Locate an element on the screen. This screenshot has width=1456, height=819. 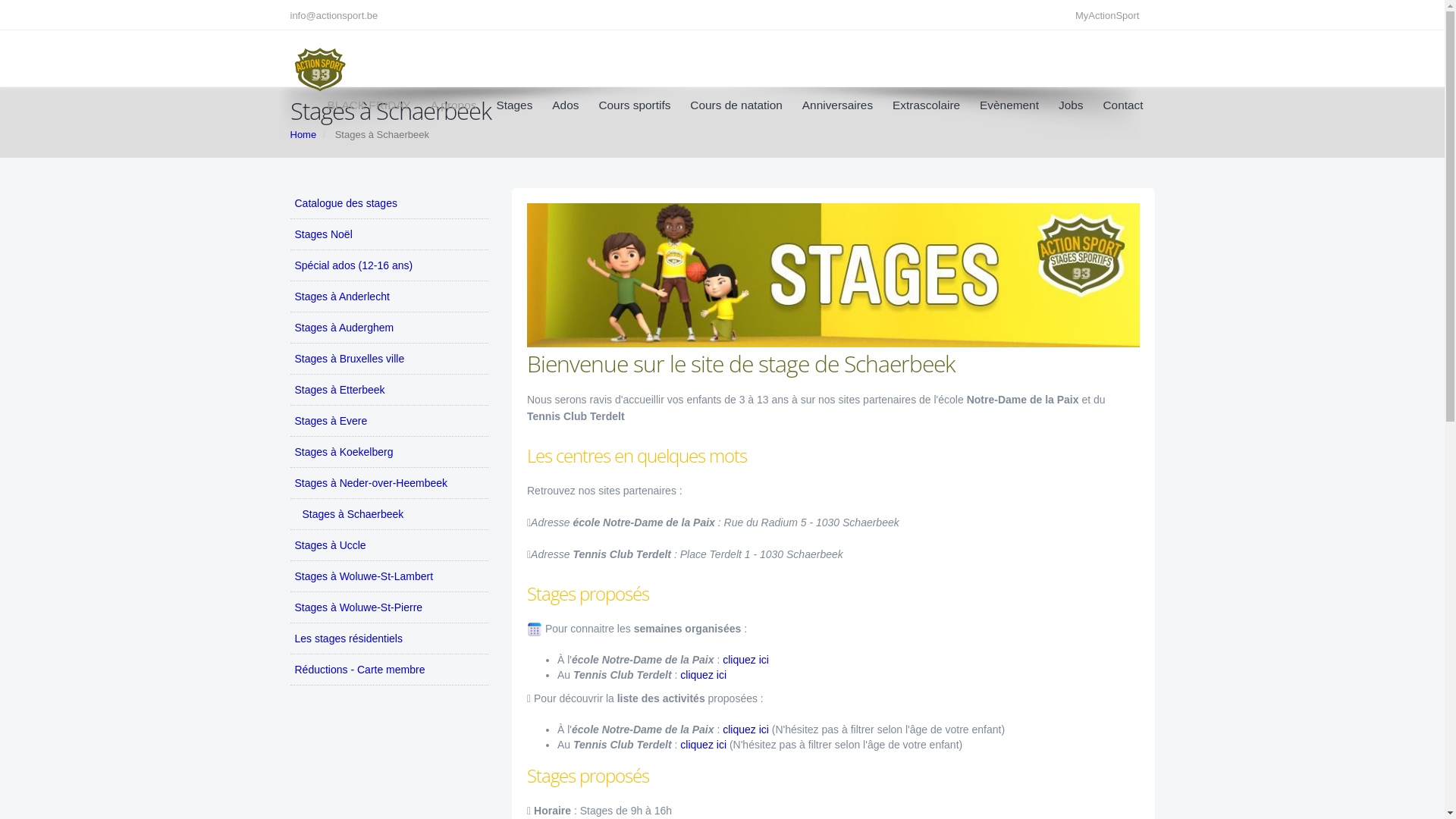
'cliquez ici' is located at coordinates (747, 728).